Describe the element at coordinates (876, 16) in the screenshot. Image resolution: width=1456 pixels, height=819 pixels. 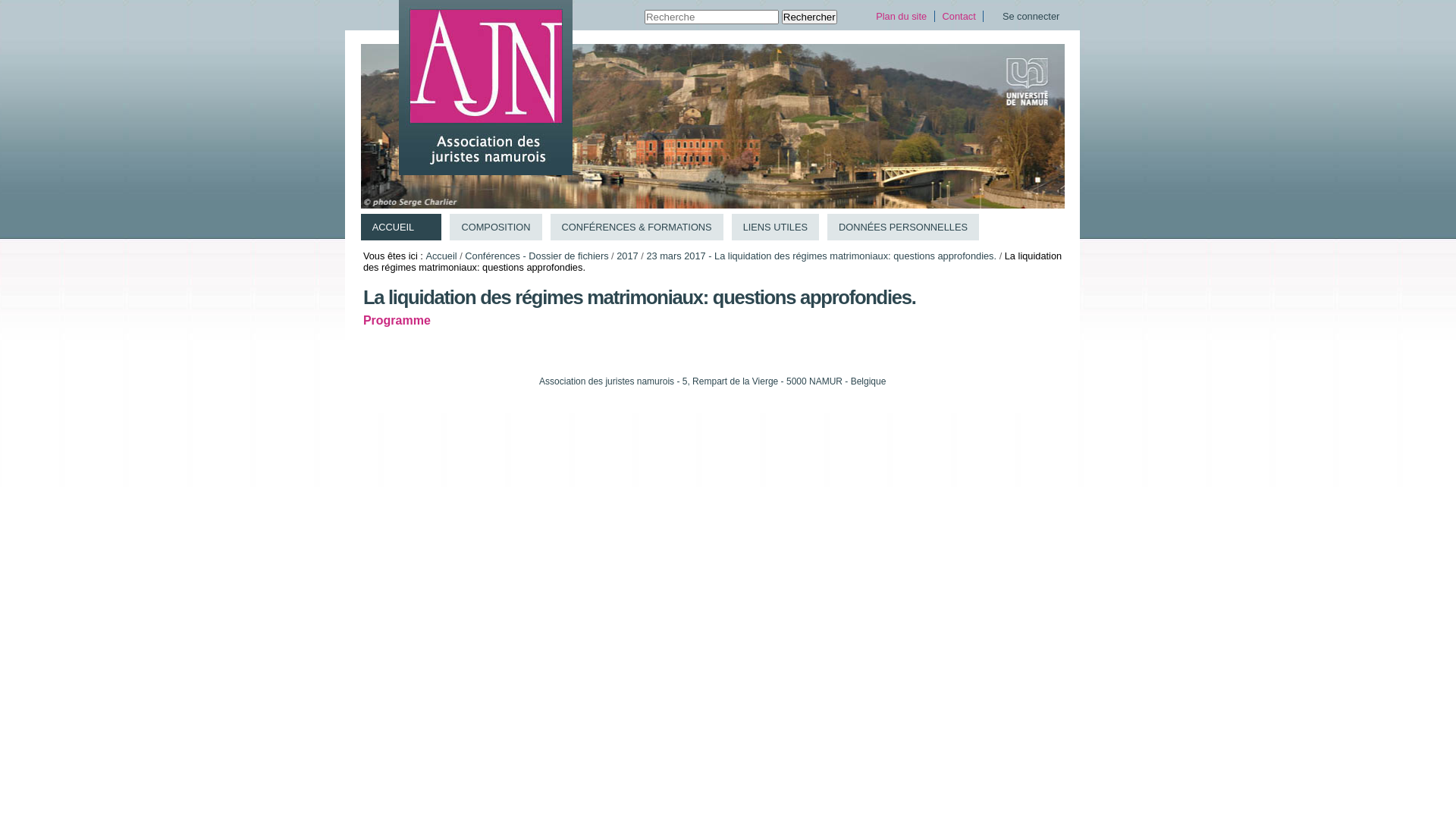
I see `'Plan du site'` at that location.